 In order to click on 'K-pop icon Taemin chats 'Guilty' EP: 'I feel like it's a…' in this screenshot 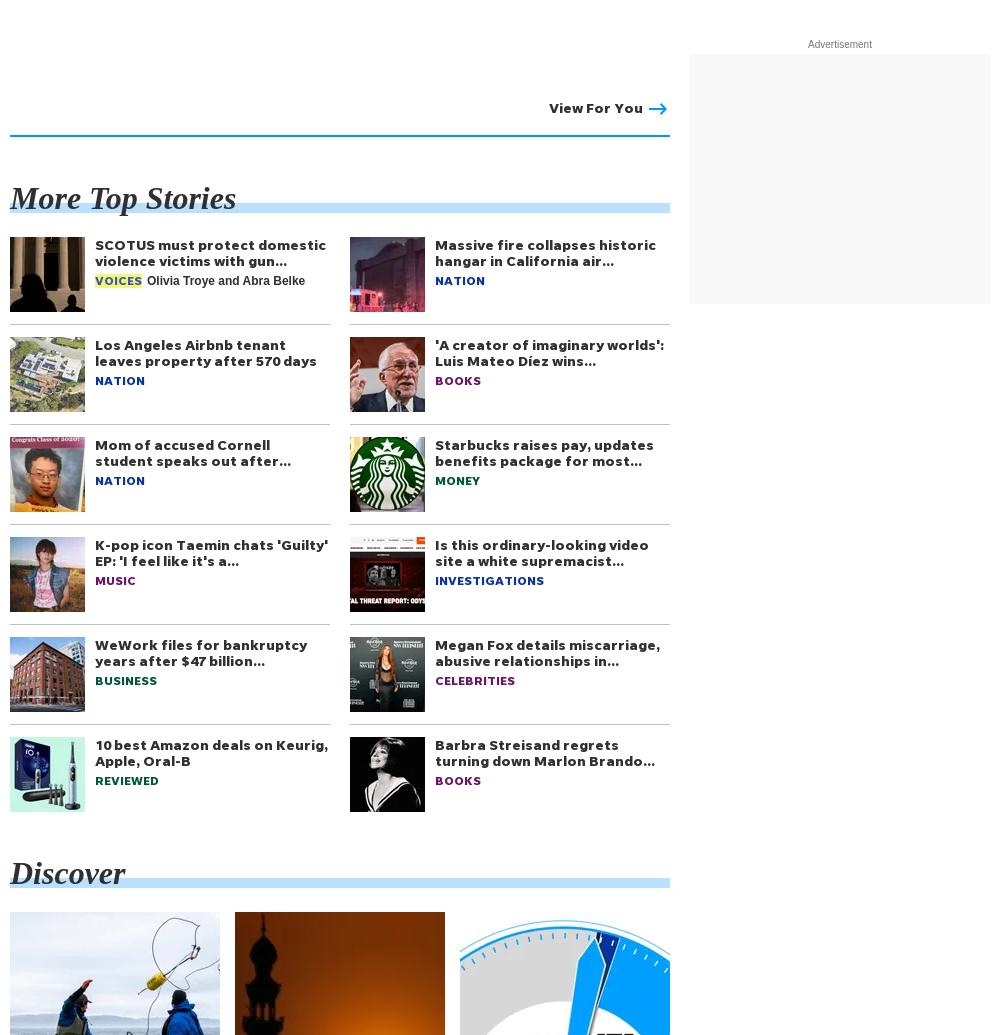, I will do `click(94, 551)`.